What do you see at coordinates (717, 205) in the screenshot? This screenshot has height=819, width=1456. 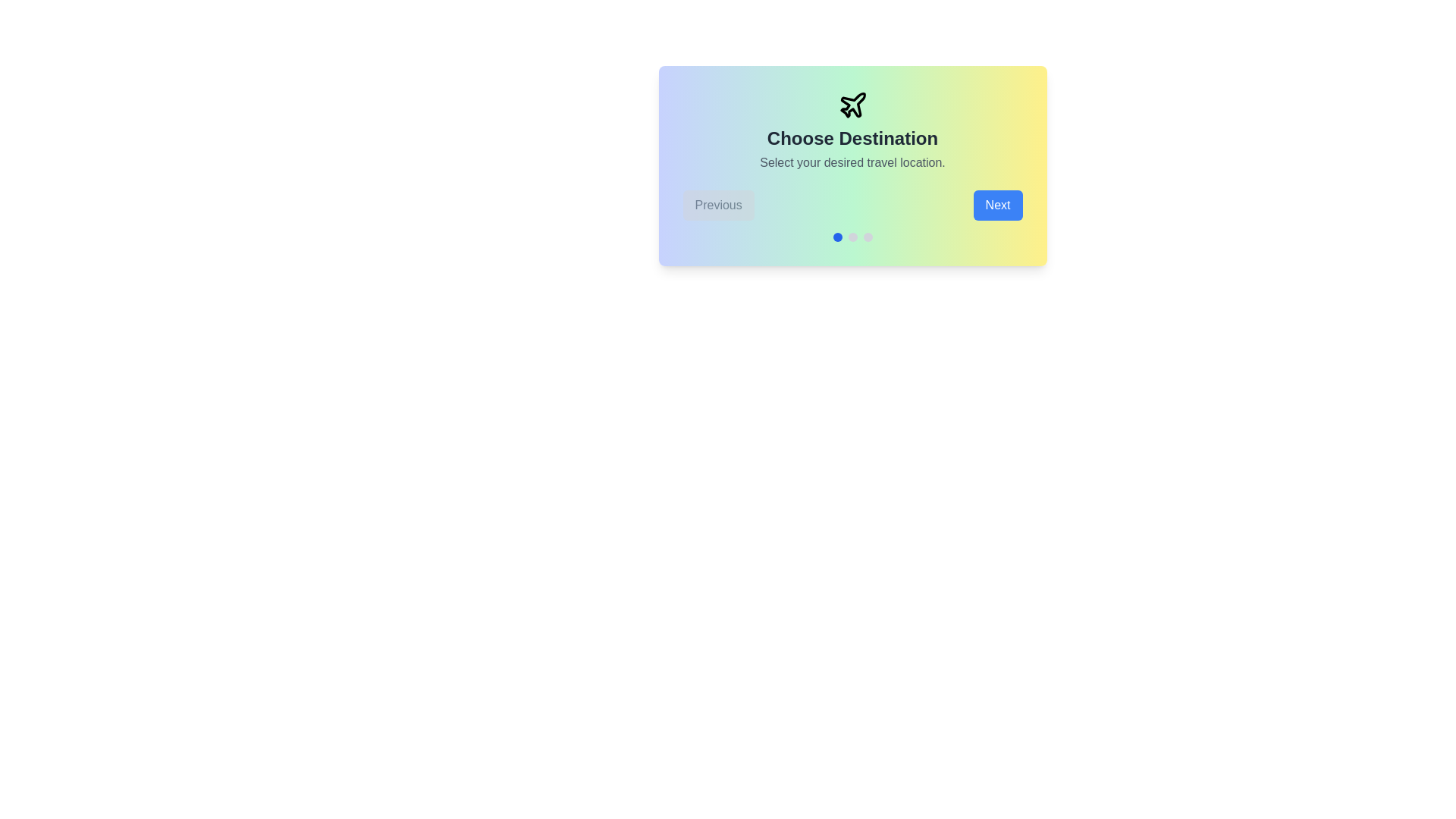 I see `'Previous' button to move to the previous step` at bounding box center [717, 205].